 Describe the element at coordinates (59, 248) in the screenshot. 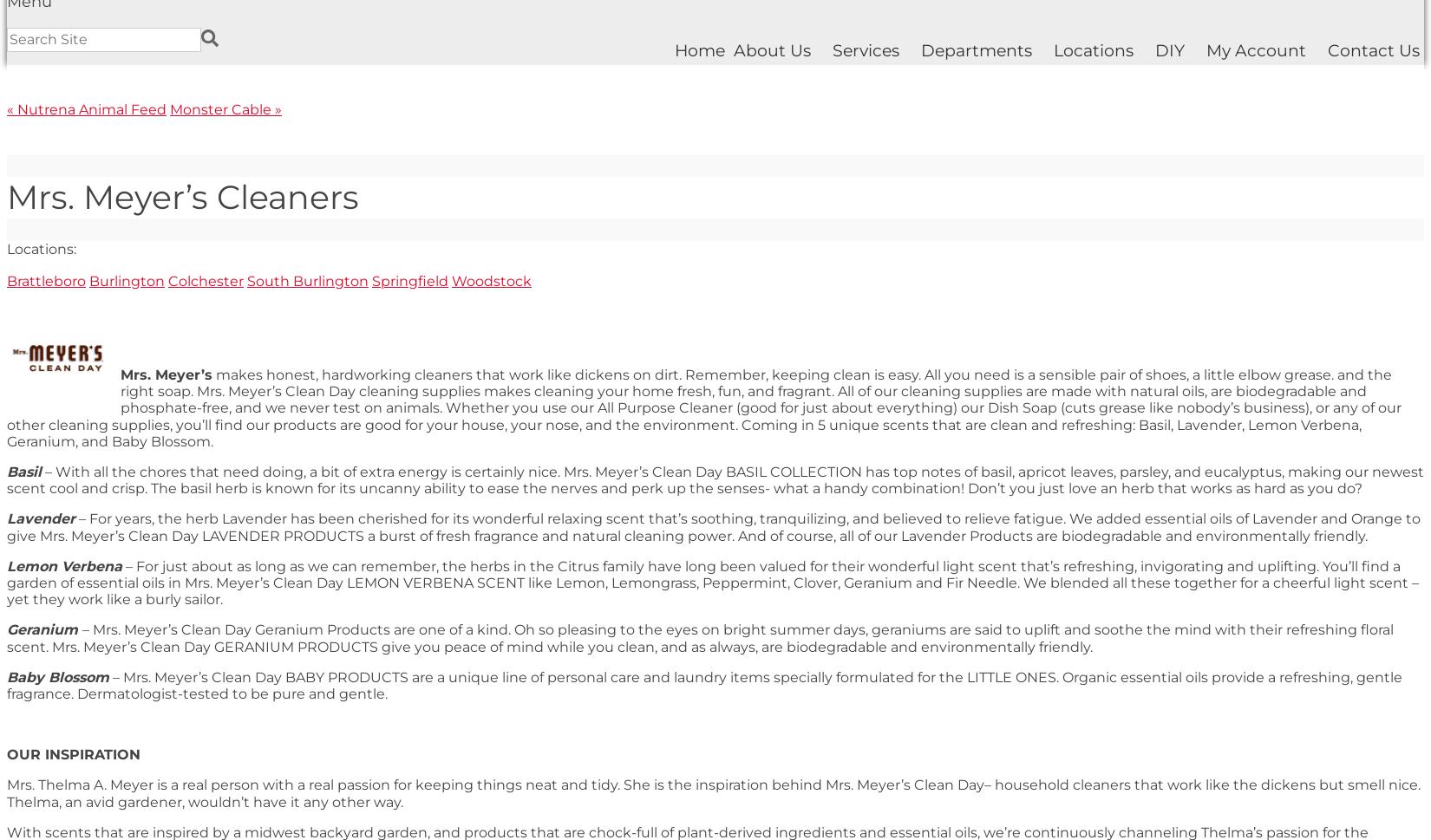

I see `'SMELLS GREAT'` at that location.